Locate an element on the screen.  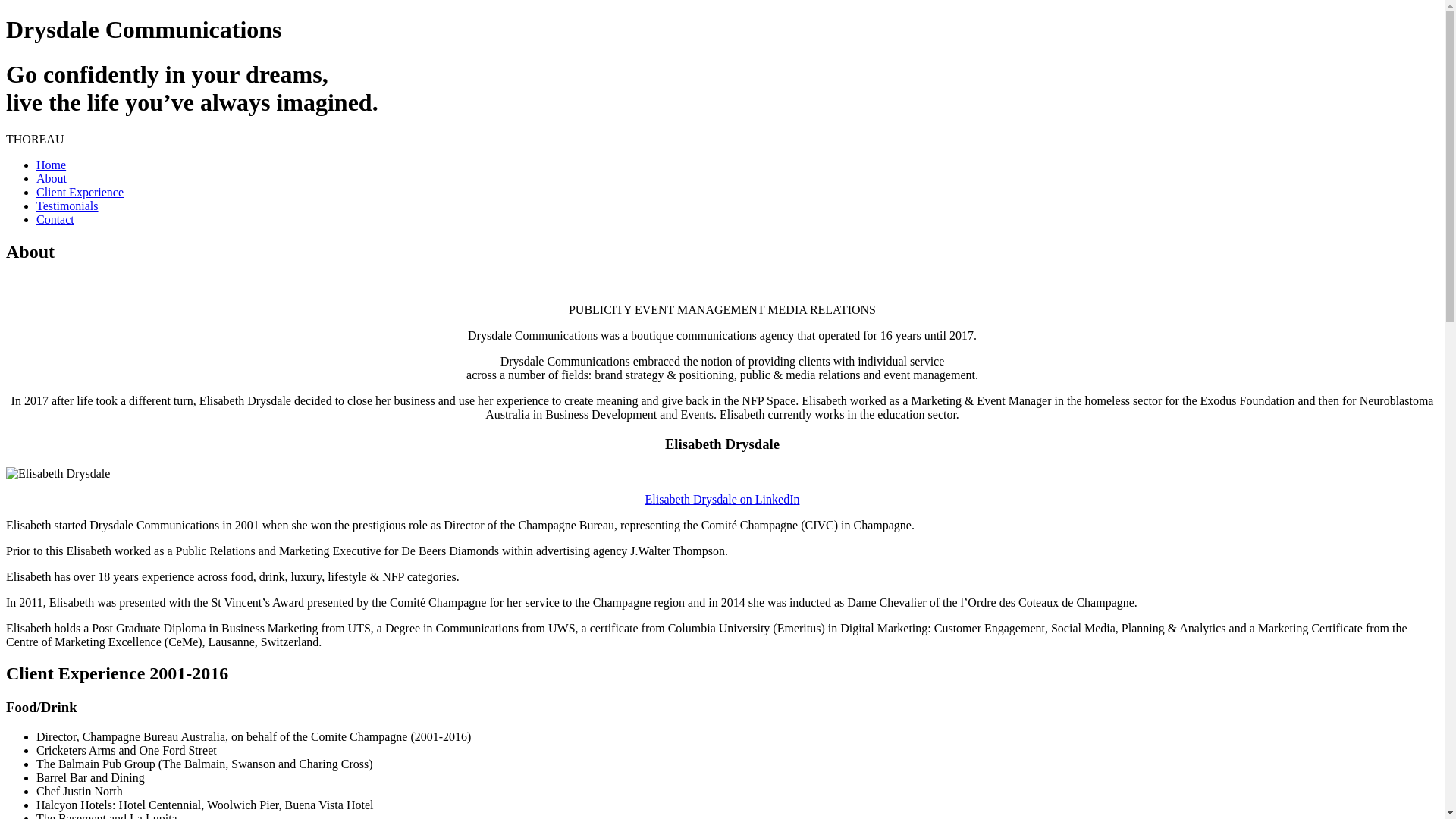
'Testimonials' is located at coordinates (67, 206).